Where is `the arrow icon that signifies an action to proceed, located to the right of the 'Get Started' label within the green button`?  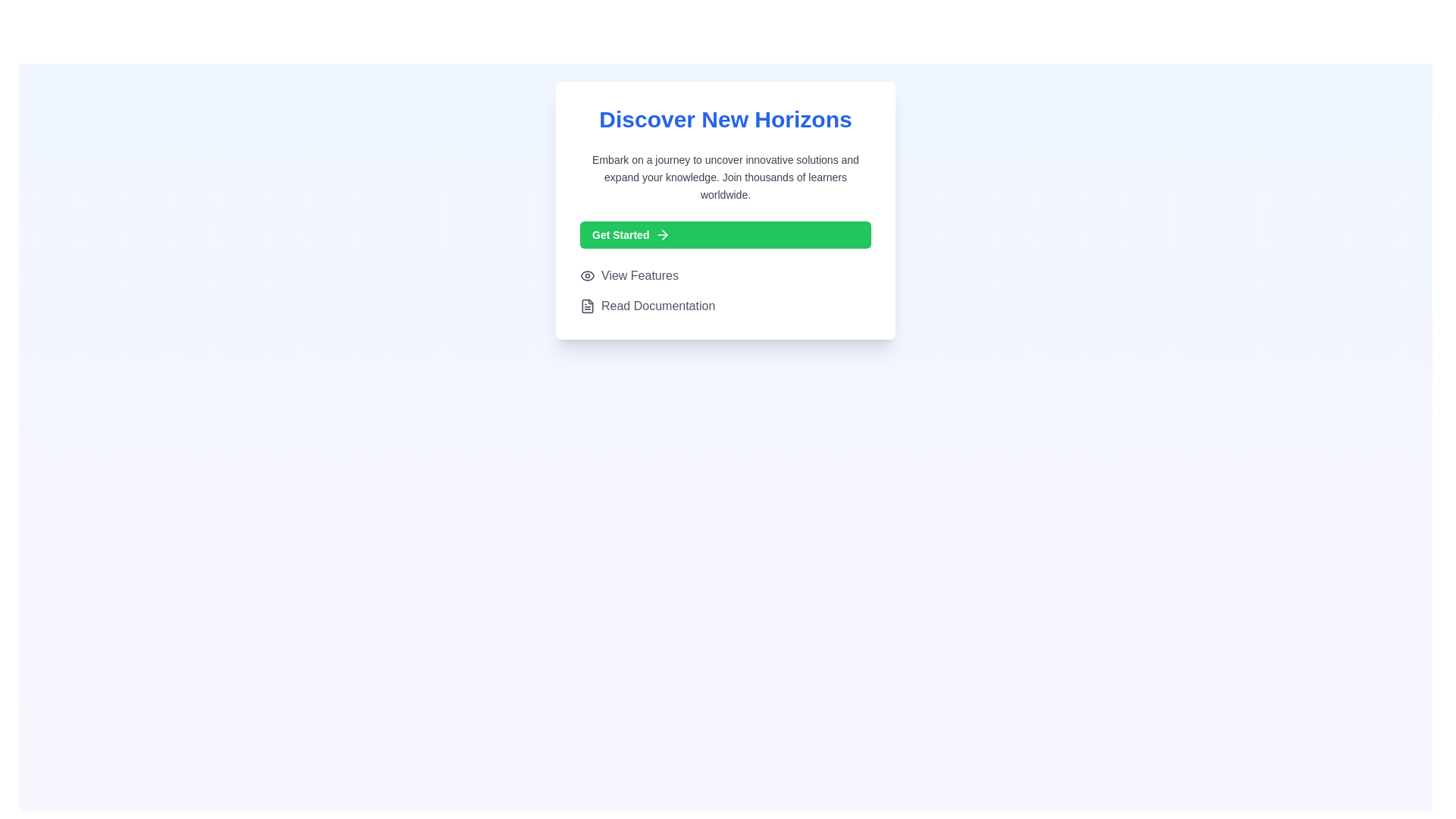 the arrow icon that signifies an action to proceed, located to the right of the 'Get Started' label within the green button is located at coordinates (663, 235).